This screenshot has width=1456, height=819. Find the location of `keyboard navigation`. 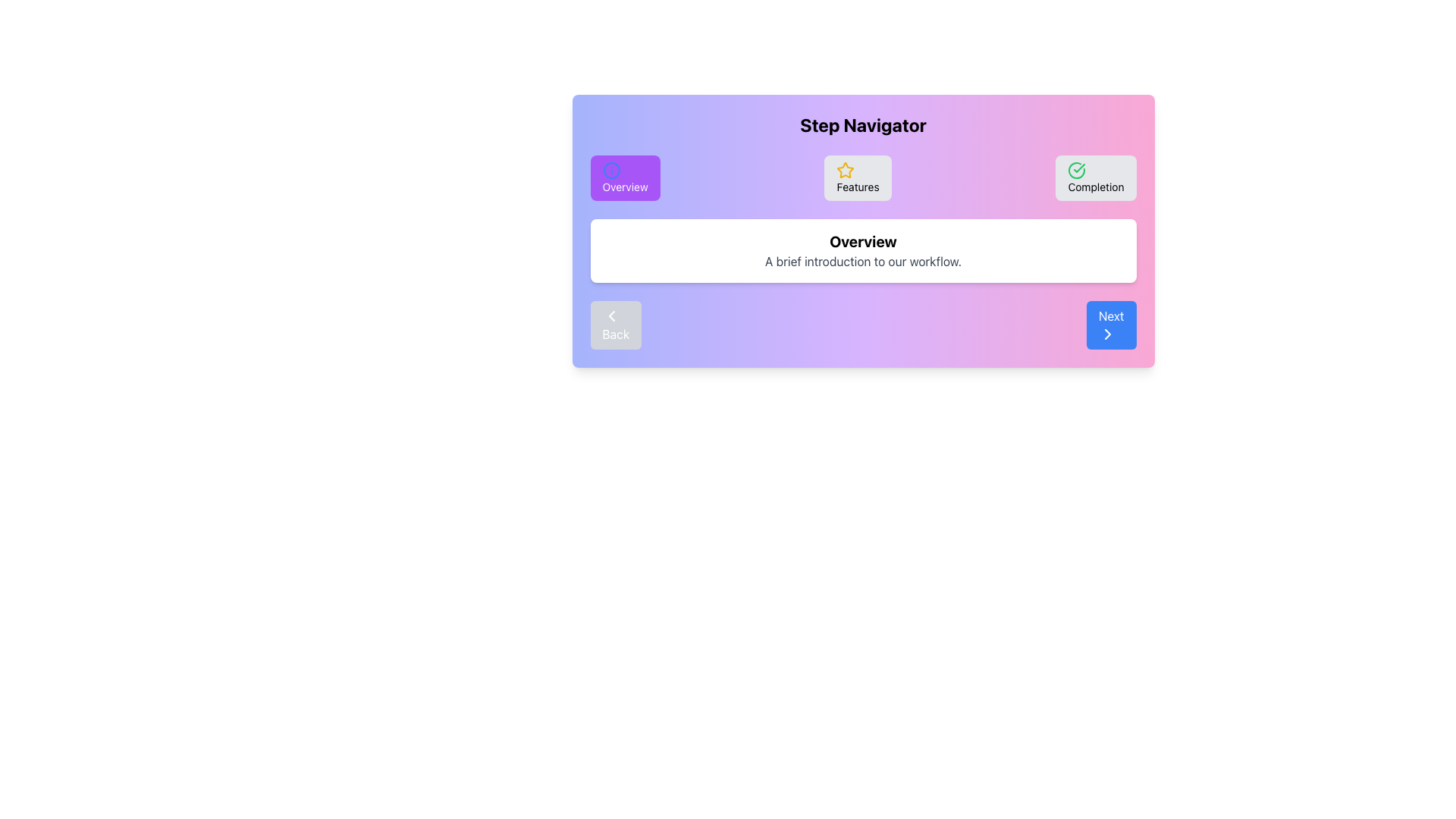

keyboard navigation is located at coordinates (1107, 333).